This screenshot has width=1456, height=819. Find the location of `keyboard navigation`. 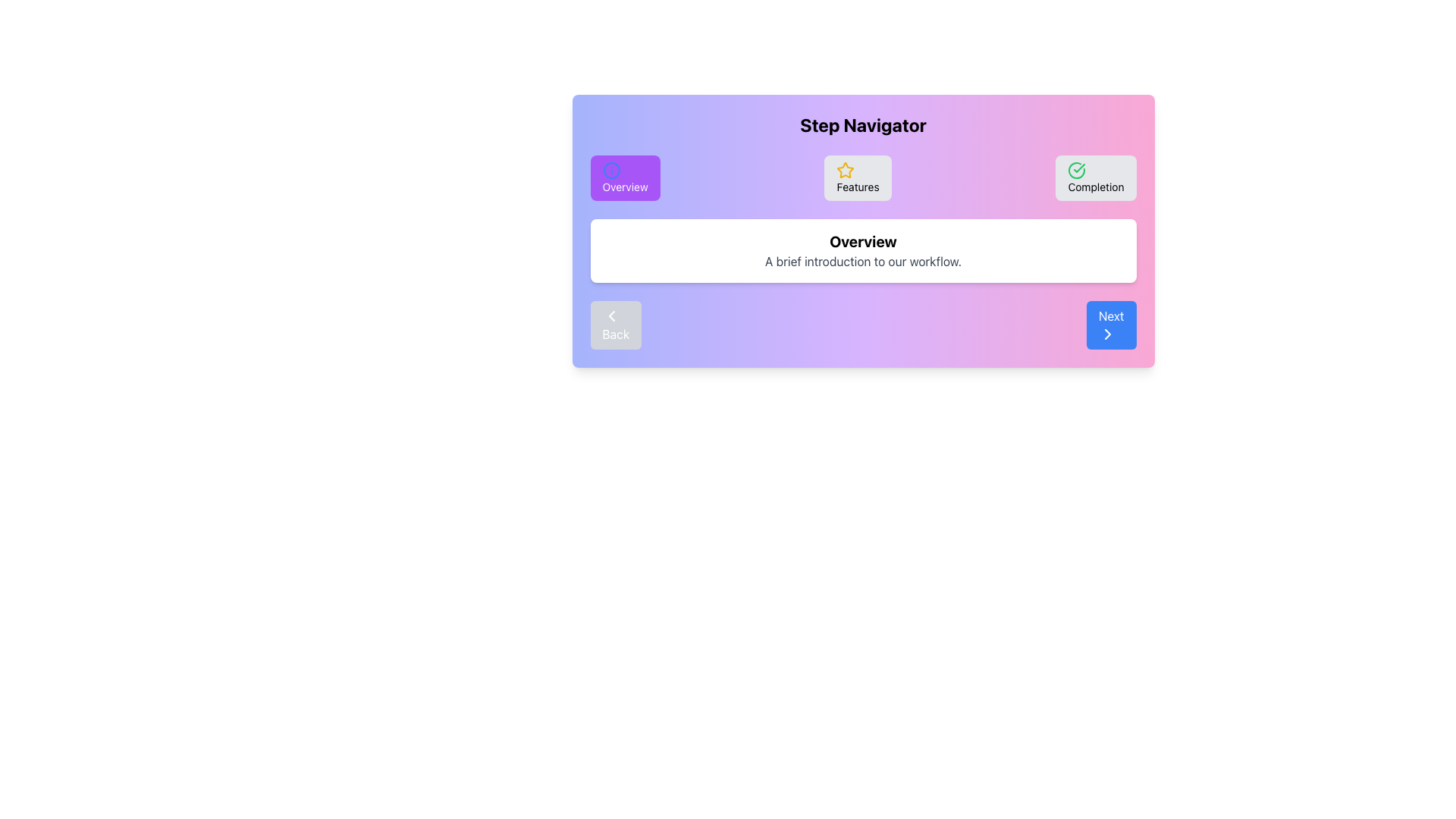

keyboard navigation is located at coordinates (1107, 333).